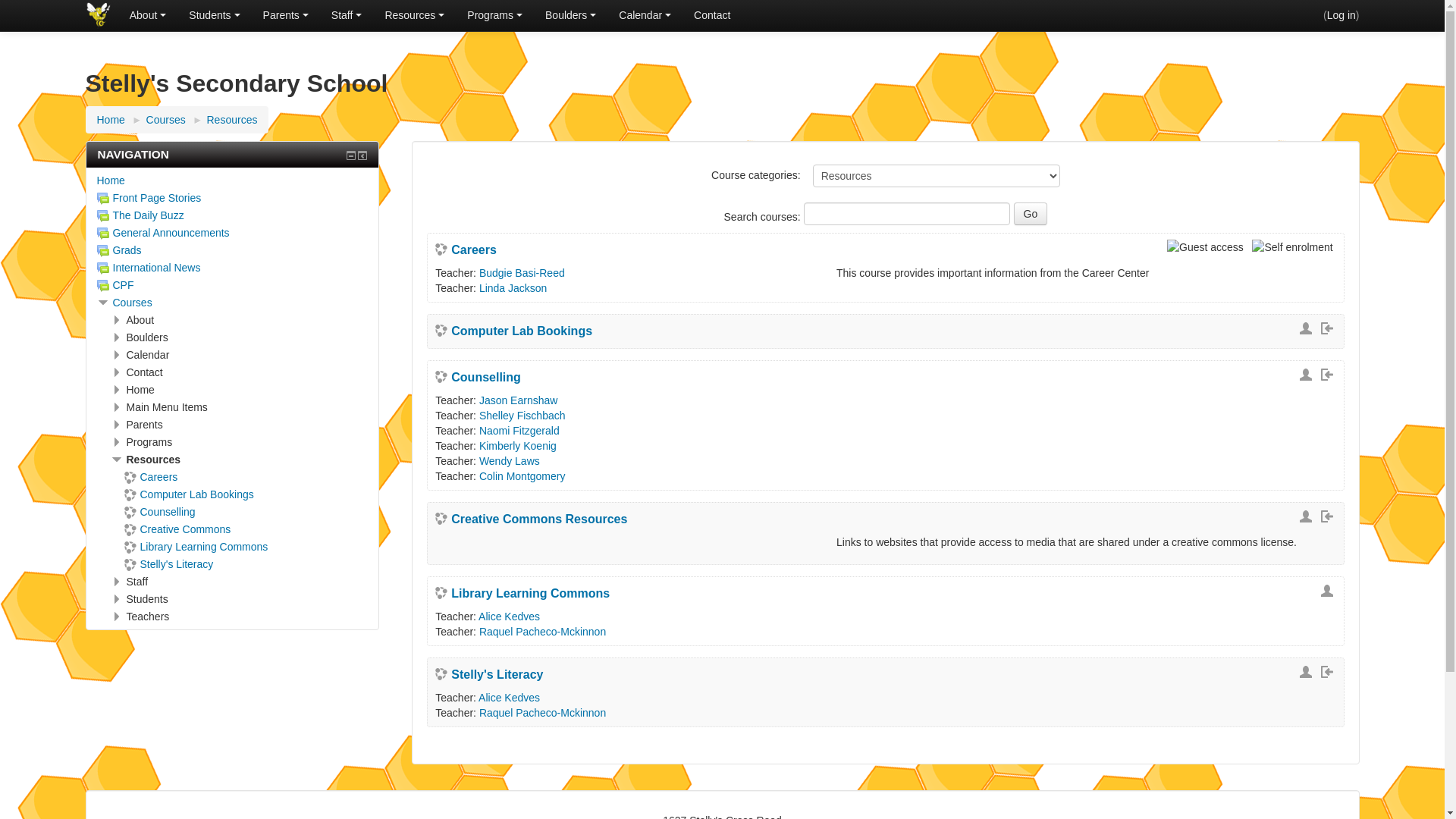 The height and width of the screenshot is (819, 1456). Describe the element at coordinates (251, 14) in the screenshot. I see `'Parents'` at that location.